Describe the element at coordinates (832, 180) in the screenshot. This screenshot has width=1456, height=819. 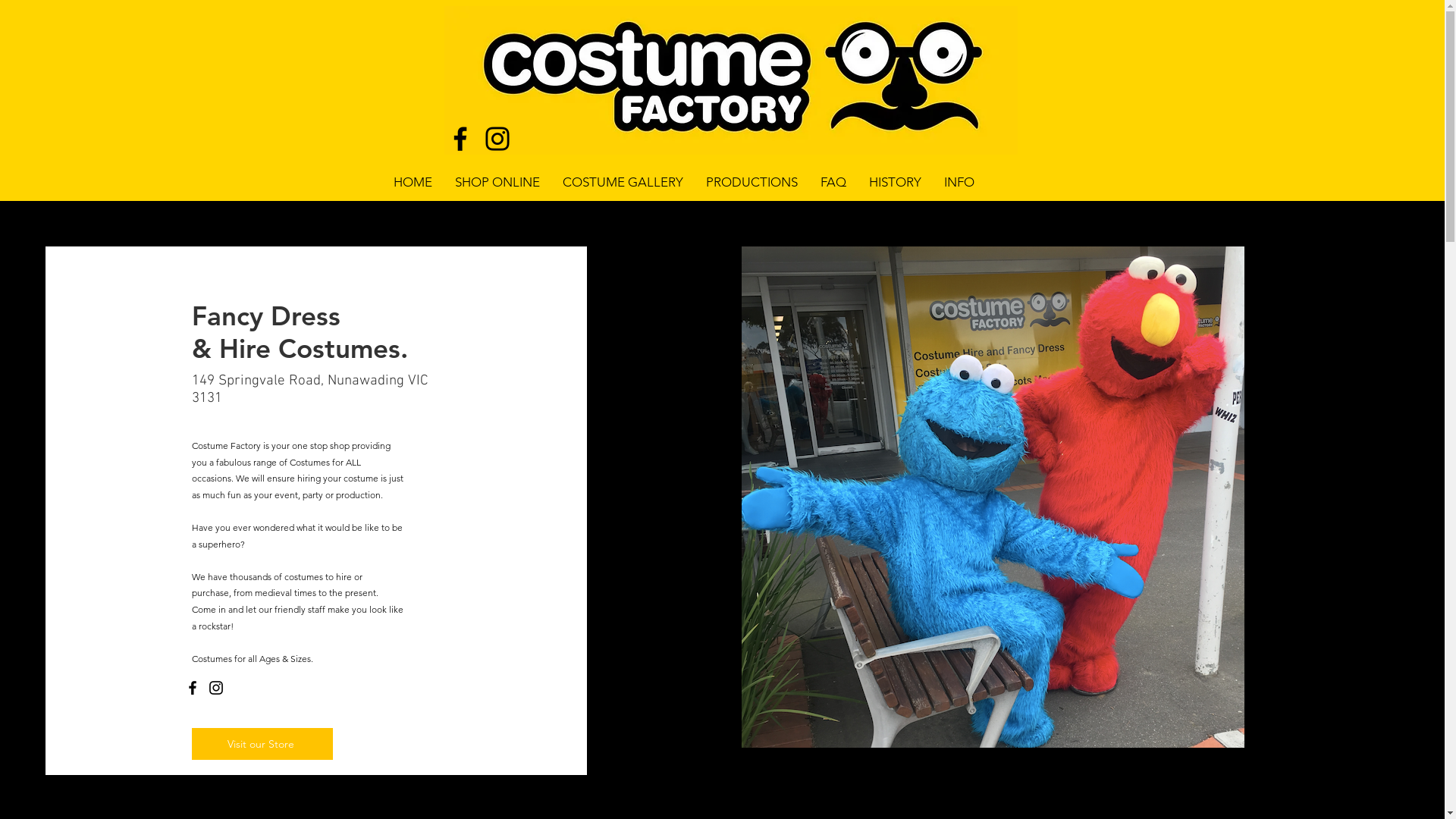
I see `'FAQ'` at that location.